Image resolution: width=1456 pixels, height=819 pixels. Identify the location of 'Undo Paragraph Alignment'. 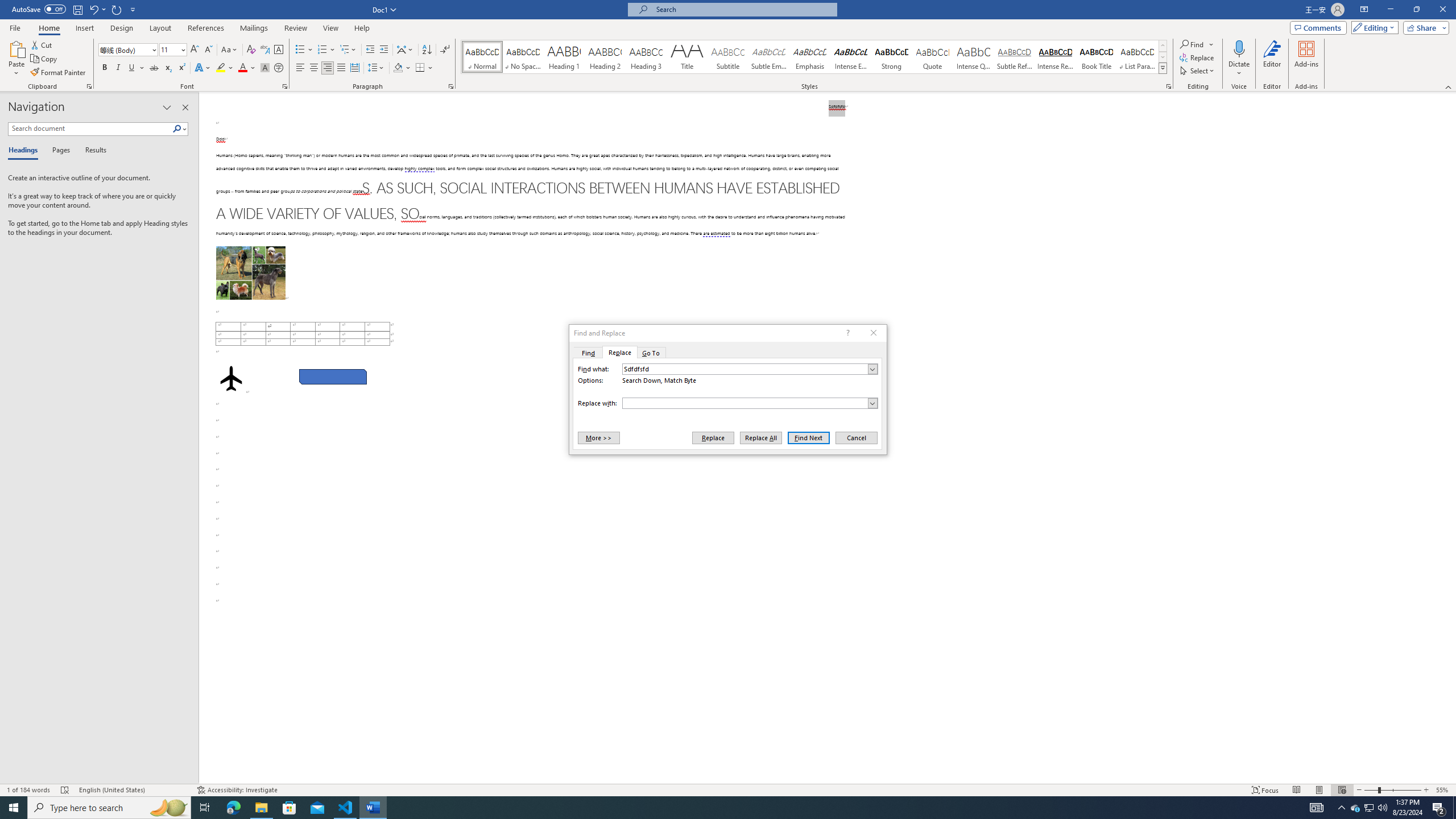
(93, 9).